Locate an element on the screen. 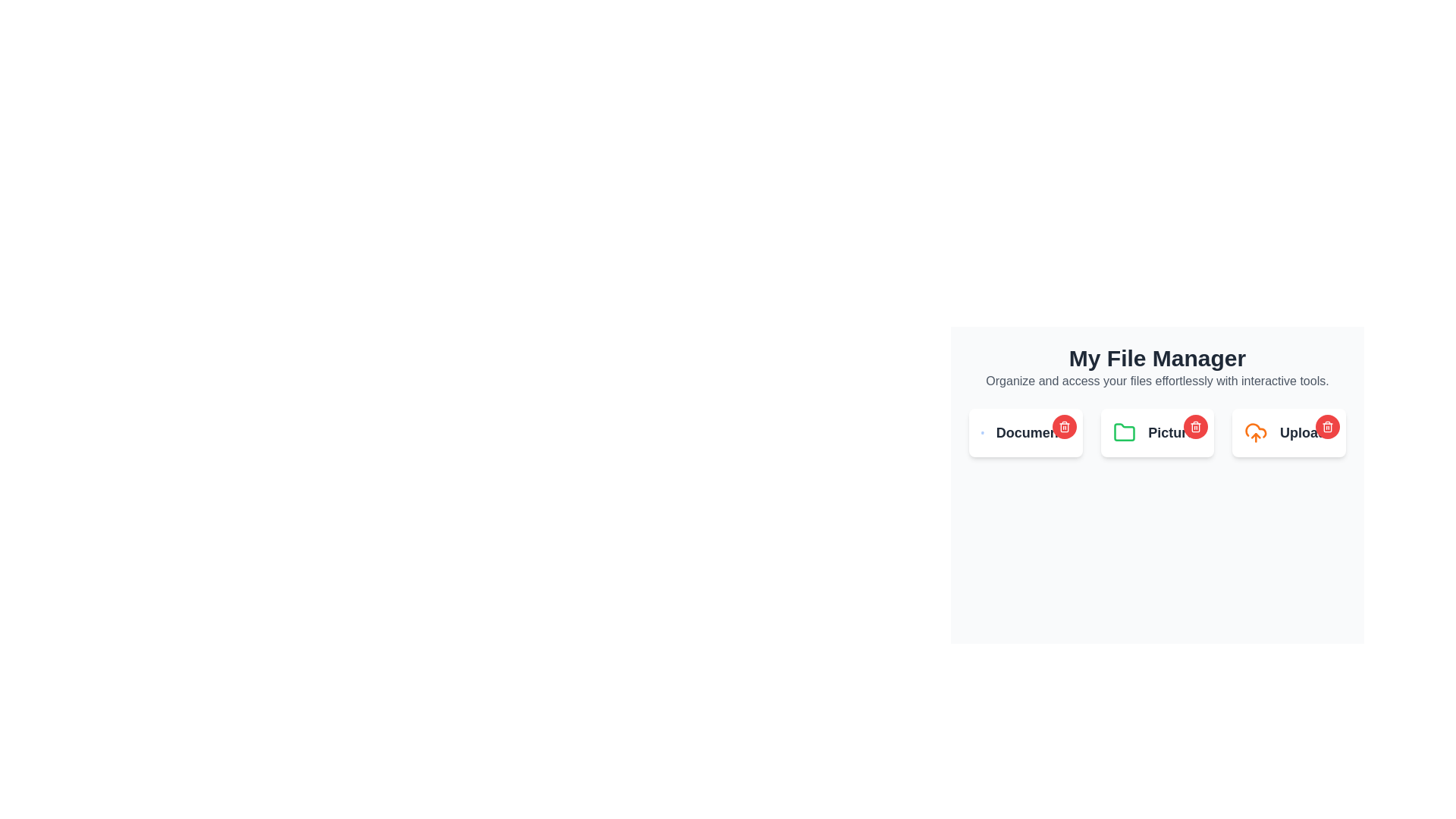 The image size is (1456, 819). the upload icon located in the third column next to the 'Uploads' text to initiate the upload action is located at coordinates (1256, 432).